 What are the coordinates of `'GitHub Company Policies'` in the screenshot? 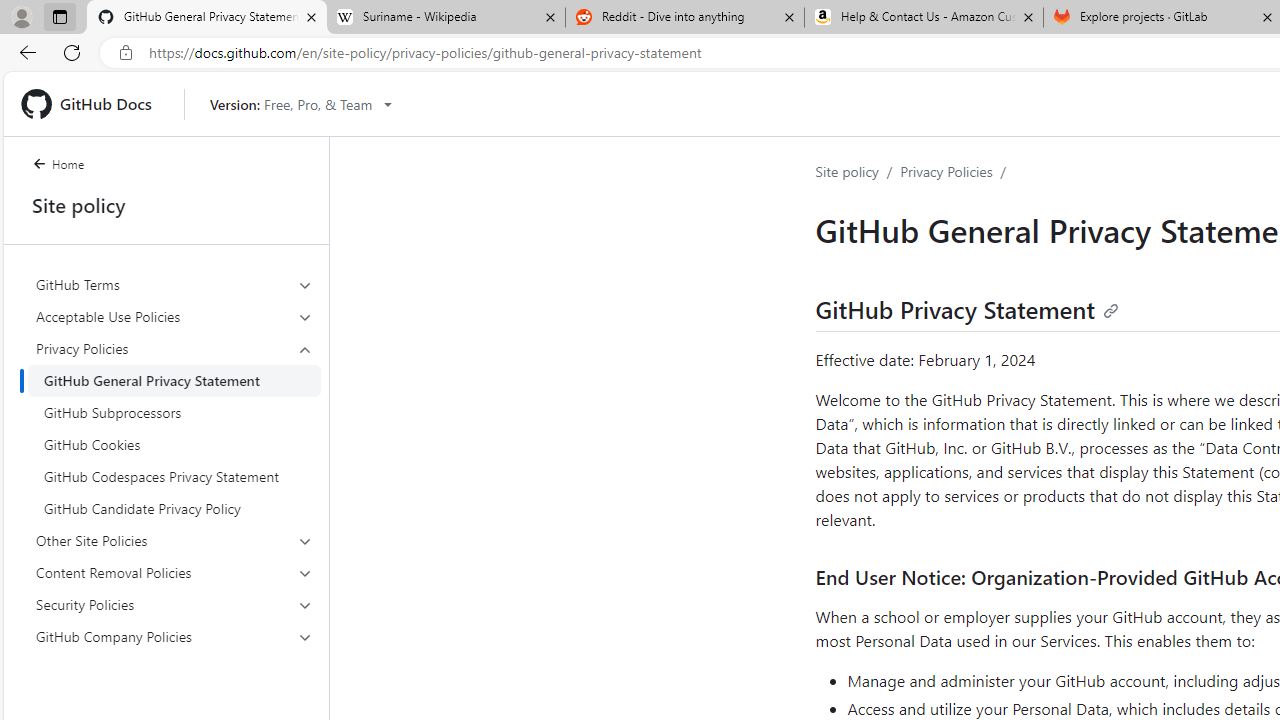 It's located at (174, 636).